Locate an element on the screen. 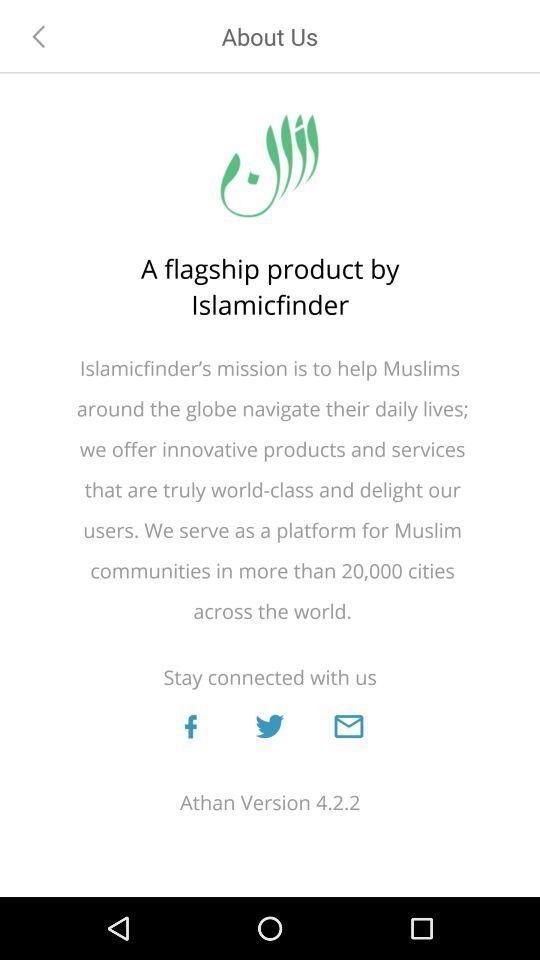 This screenshot has width=540, height=960. the item to the left of about us is located at coordinates (39, 35).